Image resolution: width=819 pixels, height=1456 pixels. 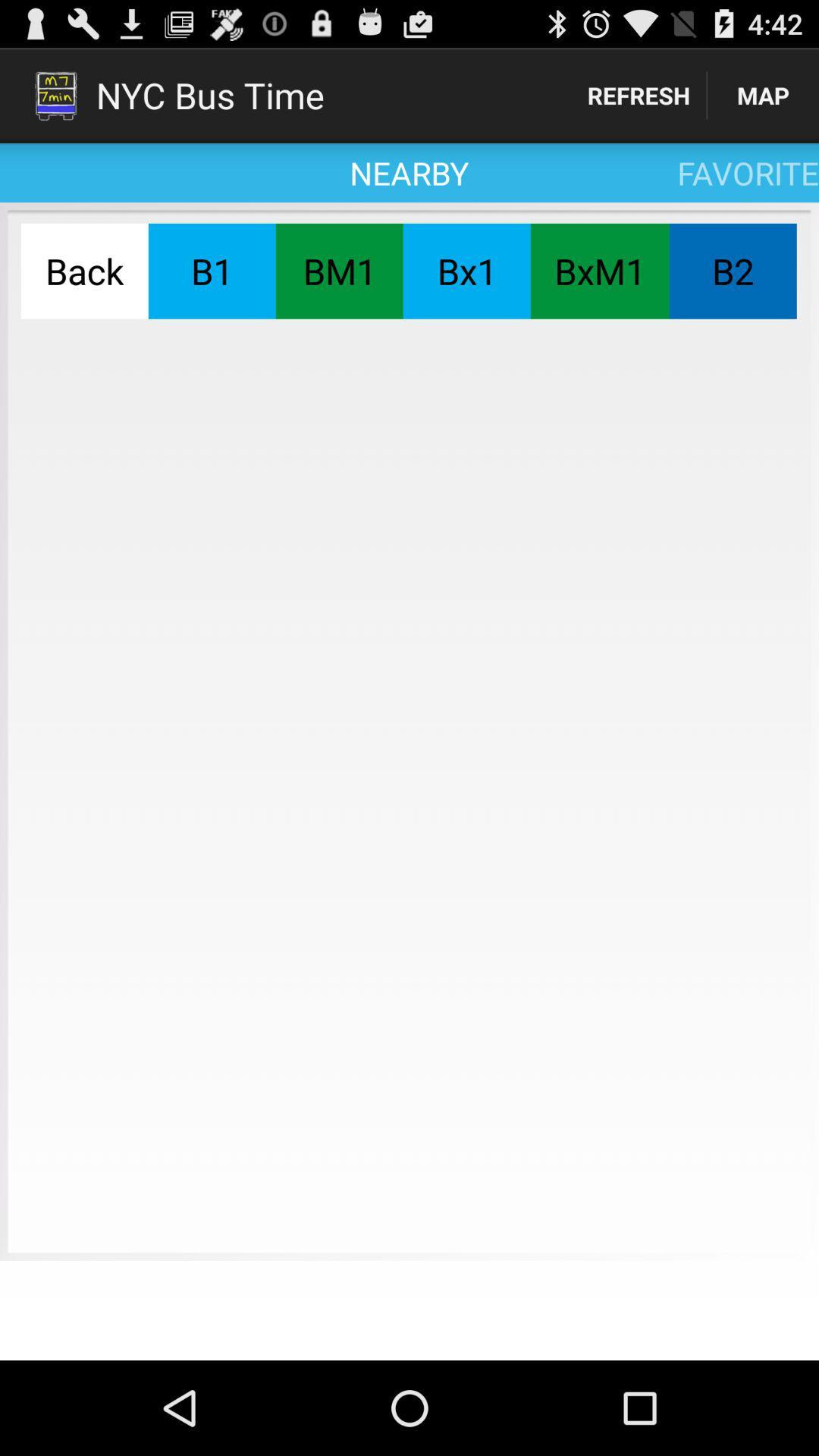 What do you see at coordinates (212, 271) in the screenshot?
I see `icon below the nyc bus time` at bounding box center [212, 271].